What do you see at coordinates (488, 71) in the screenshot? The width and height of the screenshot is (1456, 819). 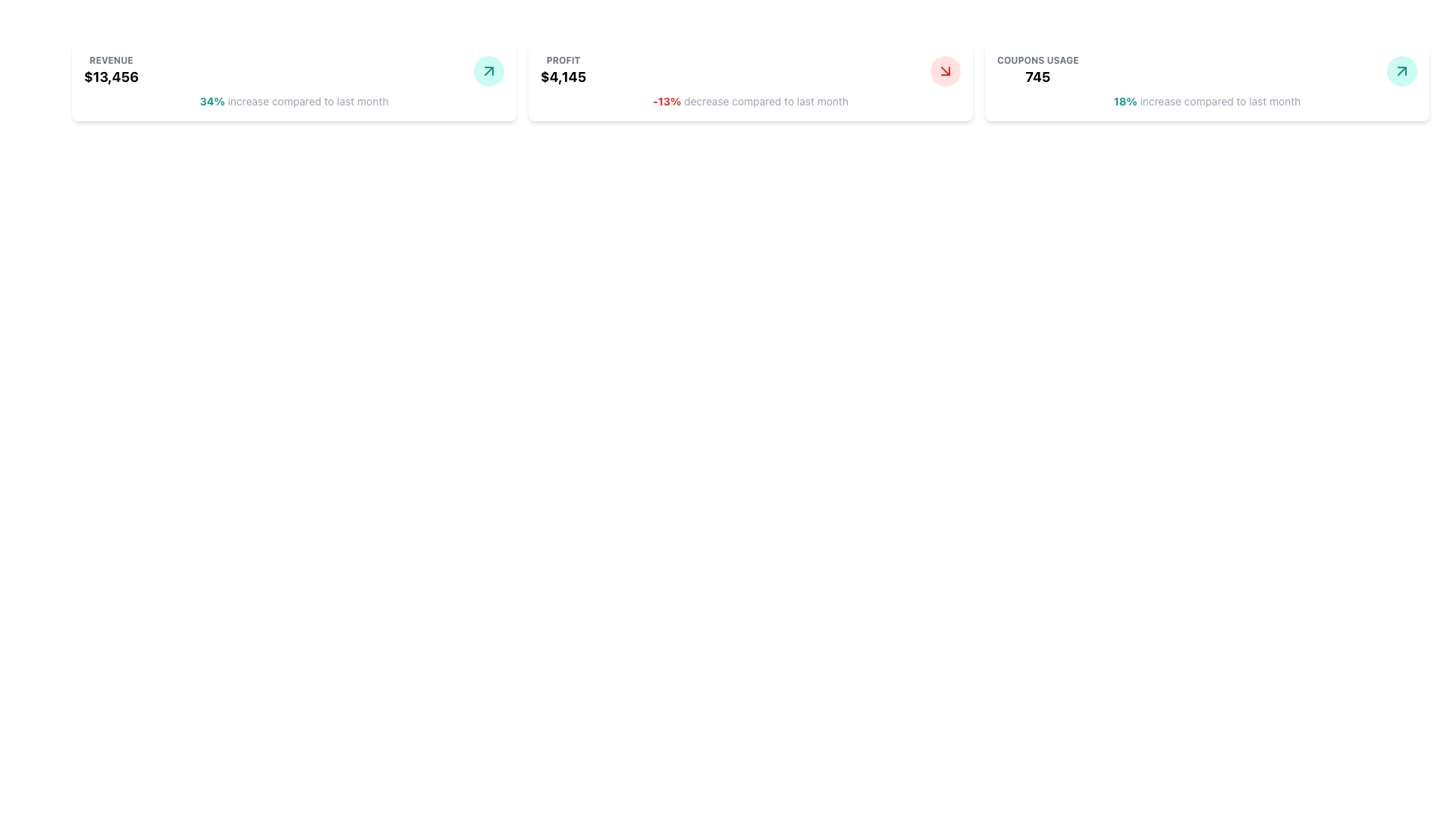 I see `the Decorative icon, which is a circular teal icon with an upward arrow, located in the upper-right corner of the 'Revenue $13,456' card` at bounding box center [488, 71].